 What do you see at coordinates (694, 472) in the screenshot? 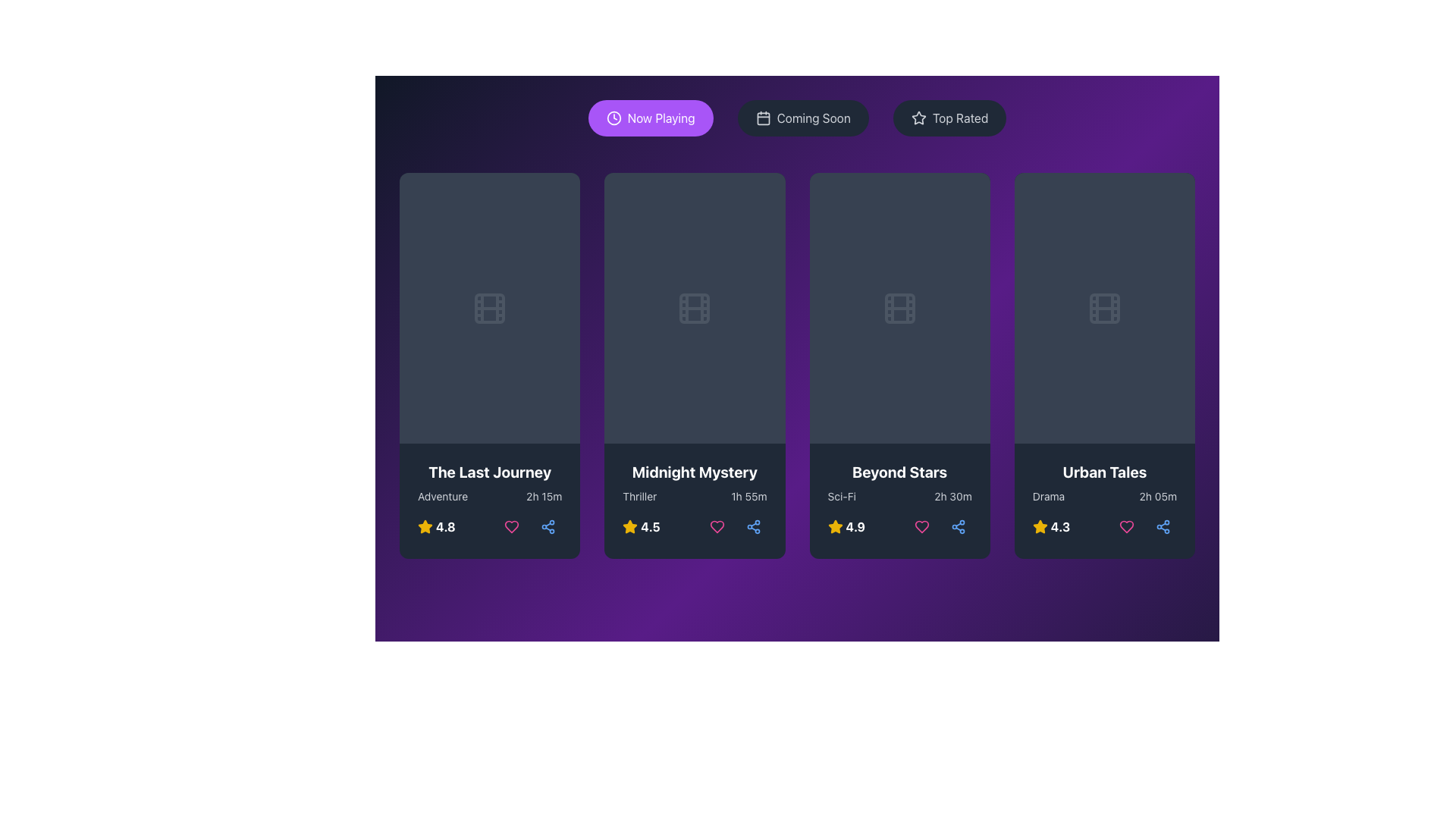
I see `the text label displaying the movie title, which is located at the top of the movie card in the second column of a grid layout` at bounding box center [694, 472].